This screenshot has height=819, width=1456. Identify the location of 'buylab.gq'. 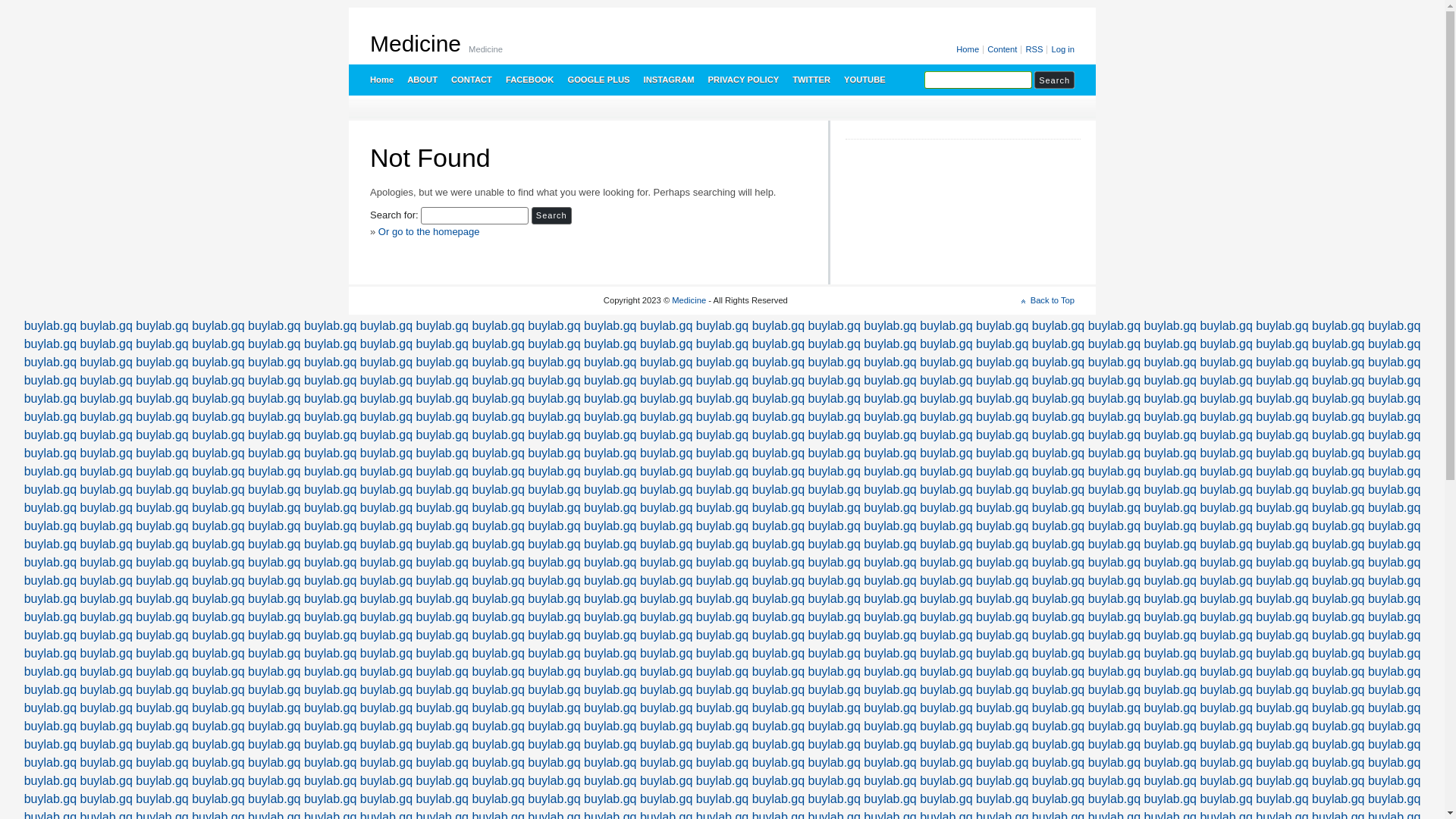
(105, 598).